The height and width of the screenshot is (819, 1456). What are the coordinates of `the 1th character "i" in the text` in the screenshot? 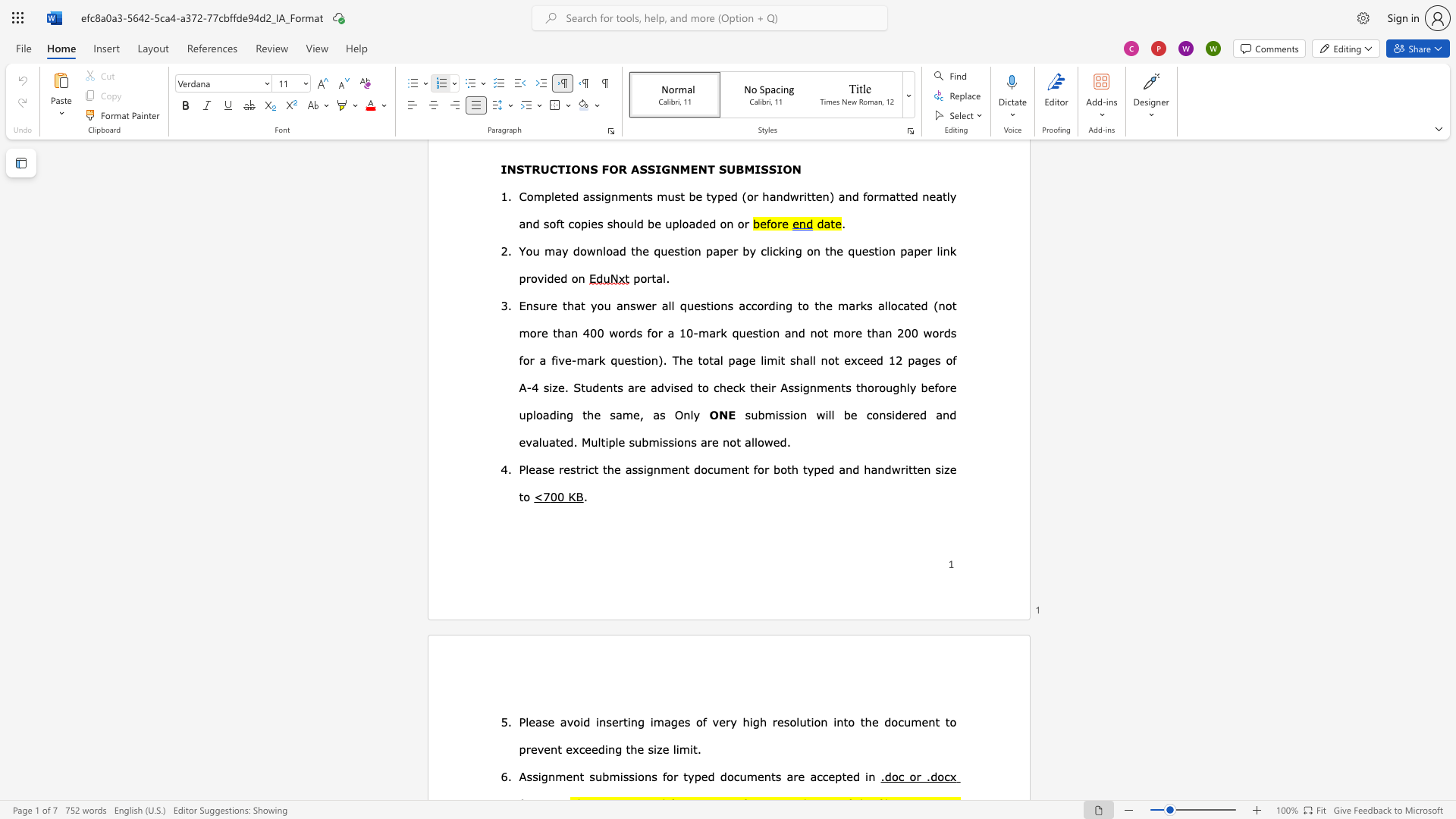 It's located at (539, 776).